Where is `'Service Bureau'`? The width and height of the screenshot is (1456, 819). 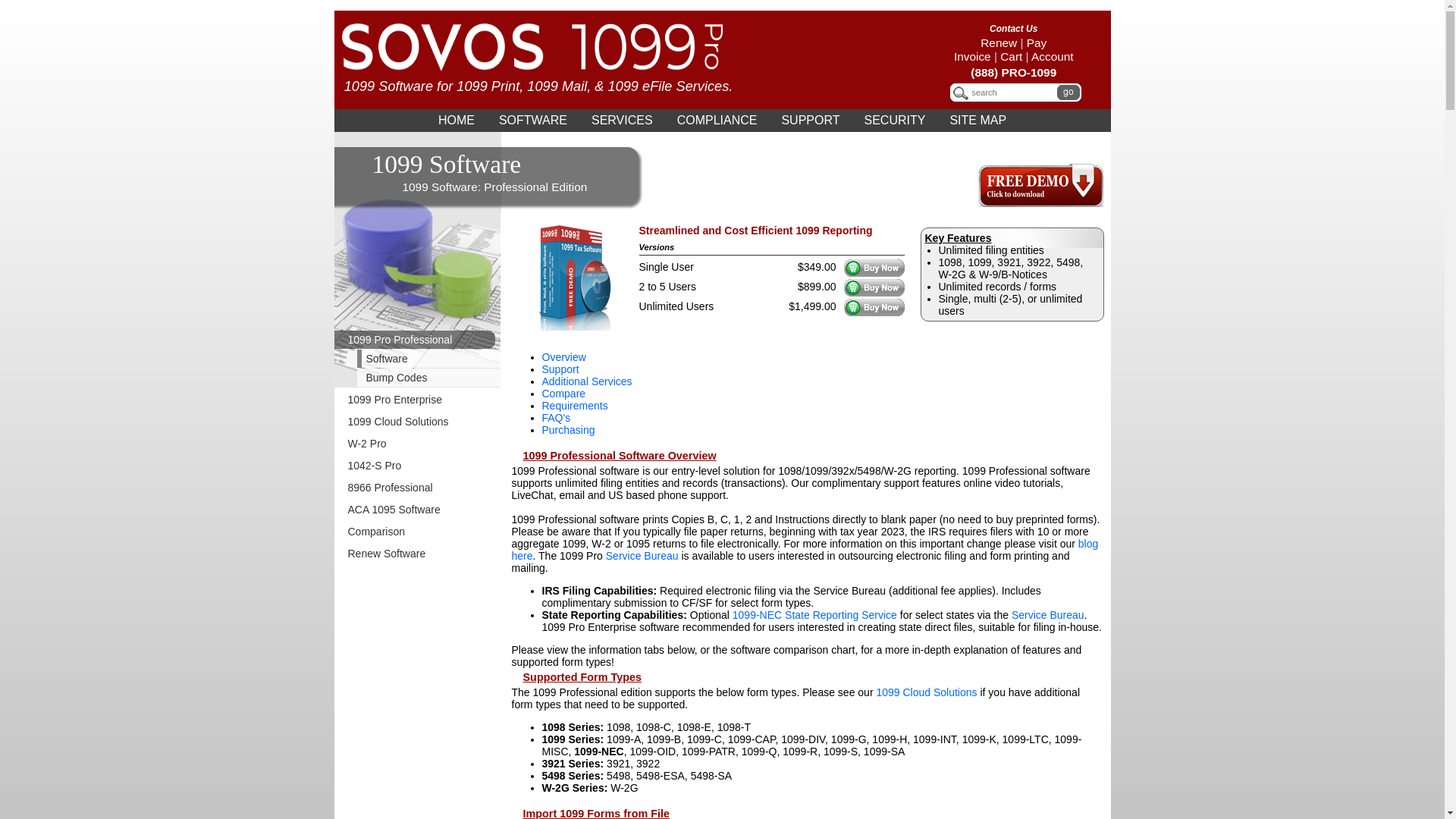
'Service Bureau' is located at coordinates (642, 555).